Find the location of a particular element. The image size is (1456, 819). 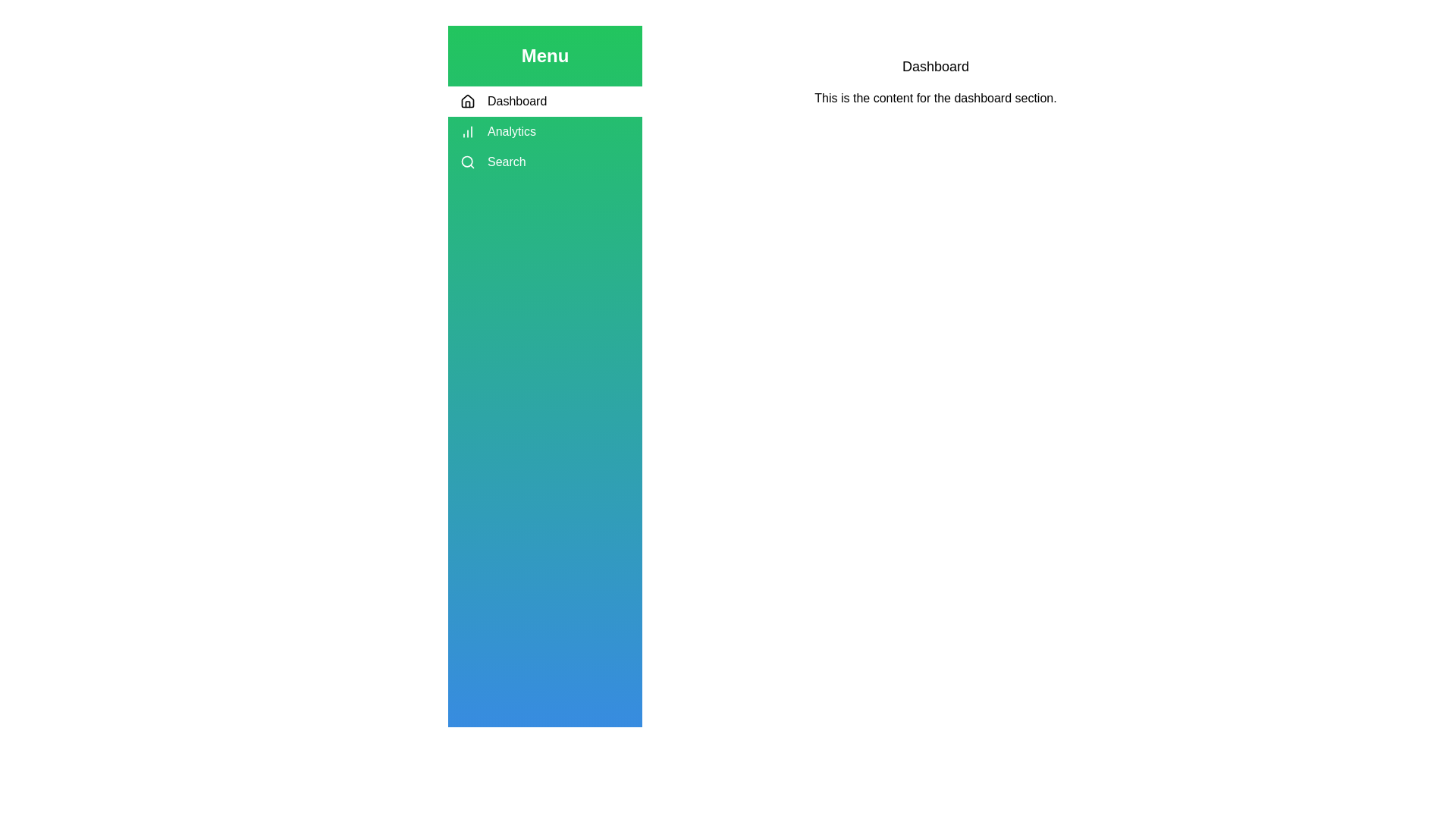

the Search tab to switch the active content is located at coordinates (545, 162).